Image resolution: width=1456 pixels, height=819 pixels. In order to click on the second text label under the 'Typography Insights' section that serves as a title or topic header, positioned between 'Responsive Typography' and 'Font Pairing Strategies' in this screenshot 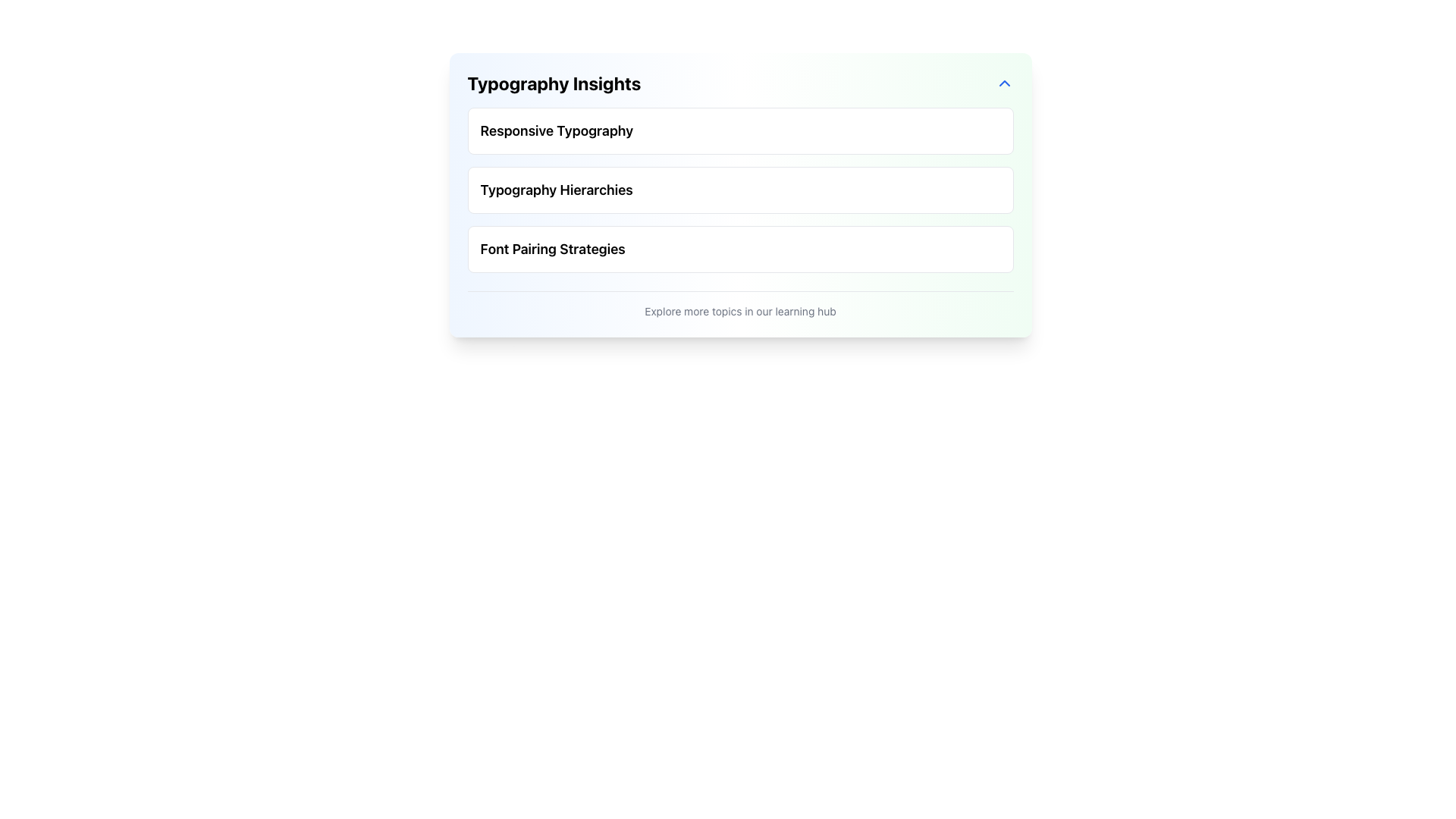, I will do `click(556, 189)`.